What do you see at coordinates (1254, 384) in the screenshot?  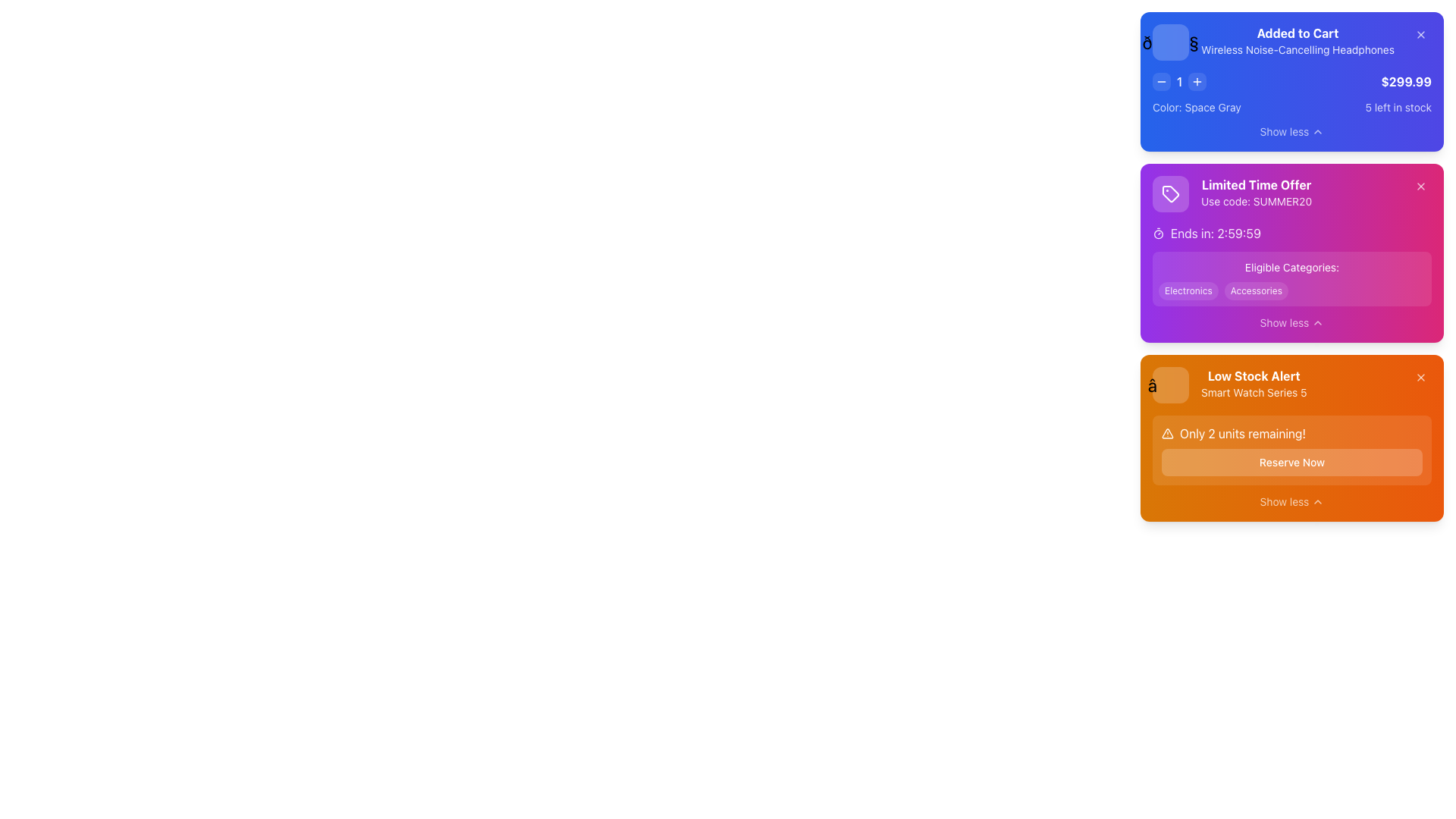 I see `text label displaying 'Low Stock Alert' and 'Smart Watch Series 5' on the orange background` at bounding box center [1254, 384].